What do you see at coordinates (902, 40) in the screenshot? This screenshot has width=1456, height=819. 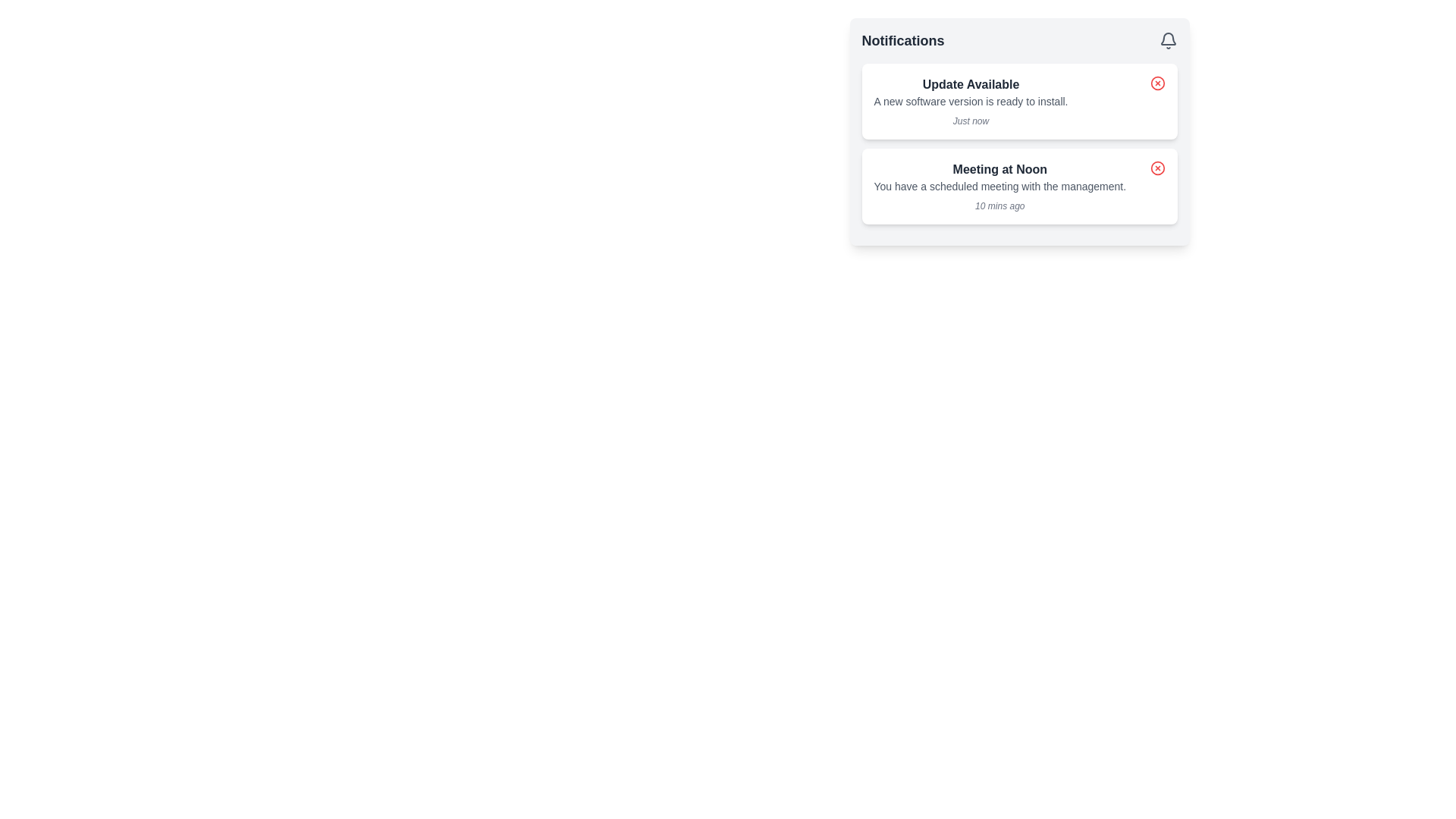 I see `text from the Text Label located at the top-left corner of the notification section, which provides a title or heading for the content below` at bounding box center [902, 40].